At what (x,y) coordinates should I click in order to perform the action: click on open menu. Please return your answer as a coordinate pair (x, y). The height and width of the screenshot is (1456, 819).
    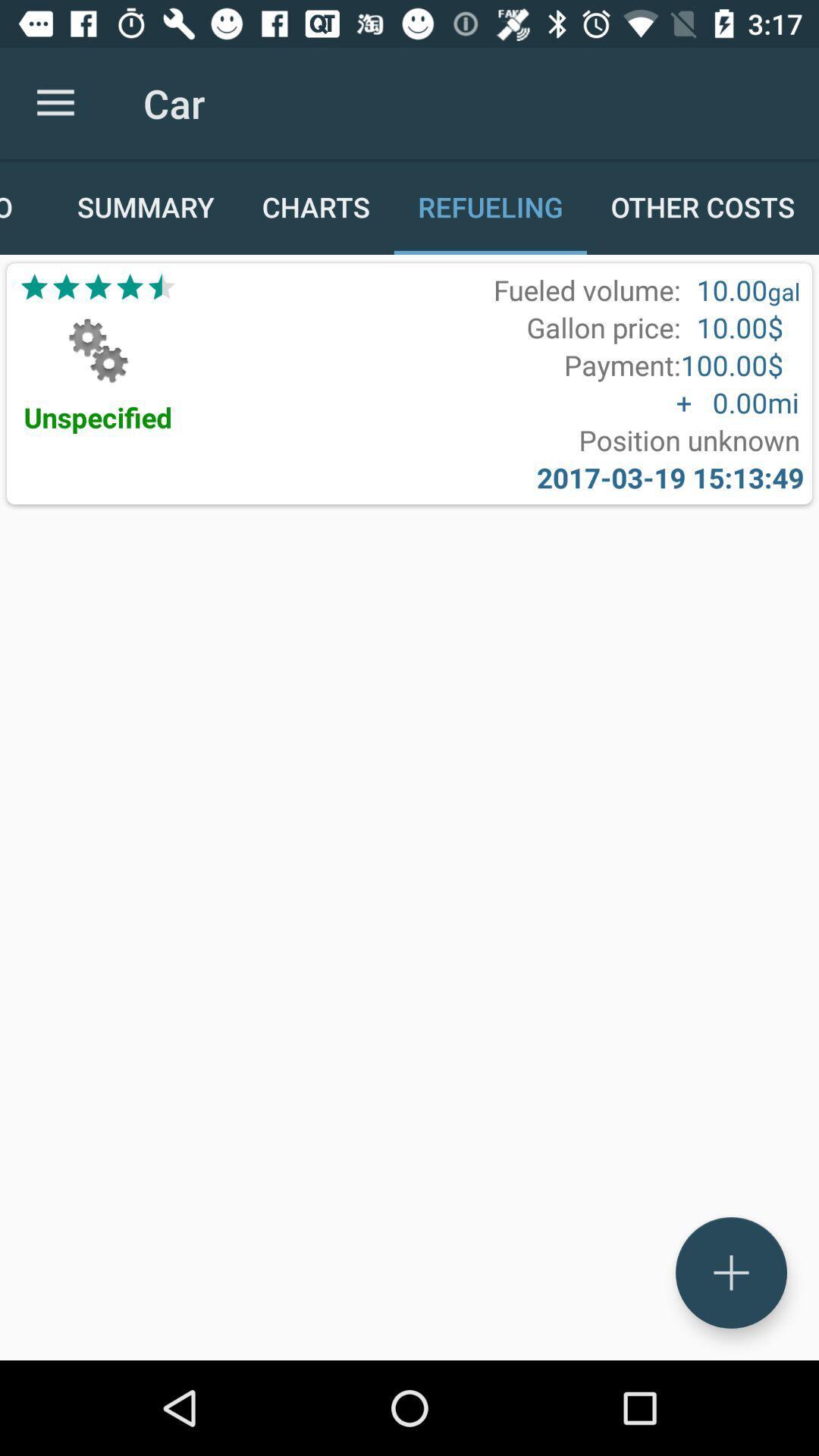
    Looking at the image, I should click on (730, 1272).